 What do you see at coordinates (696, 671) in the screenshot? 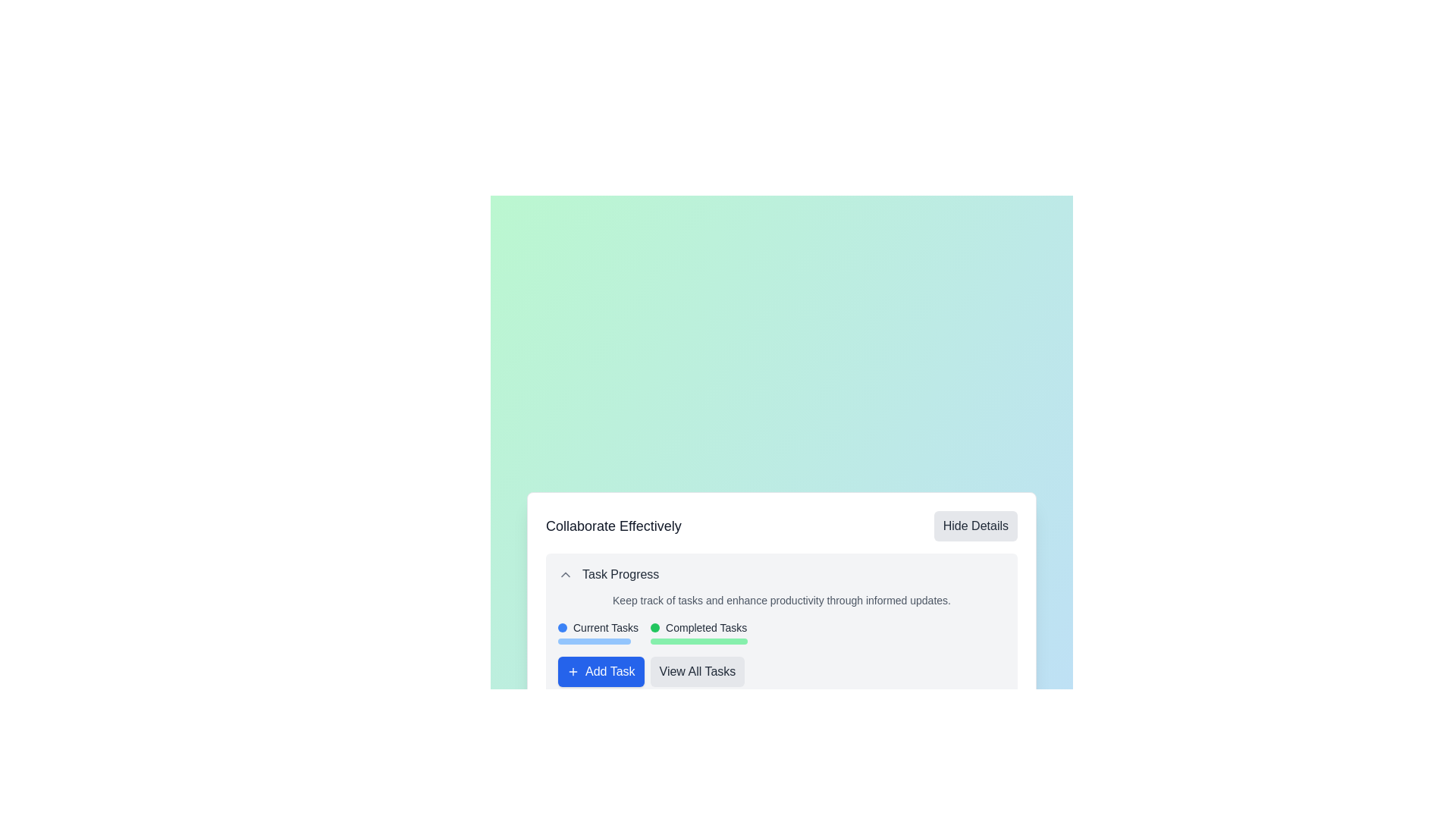
I see `the rectangular button labeled 'View All Tasks' to observe its hover effect, which changes the background color to a darker gray` at bounding box center [696, 671].